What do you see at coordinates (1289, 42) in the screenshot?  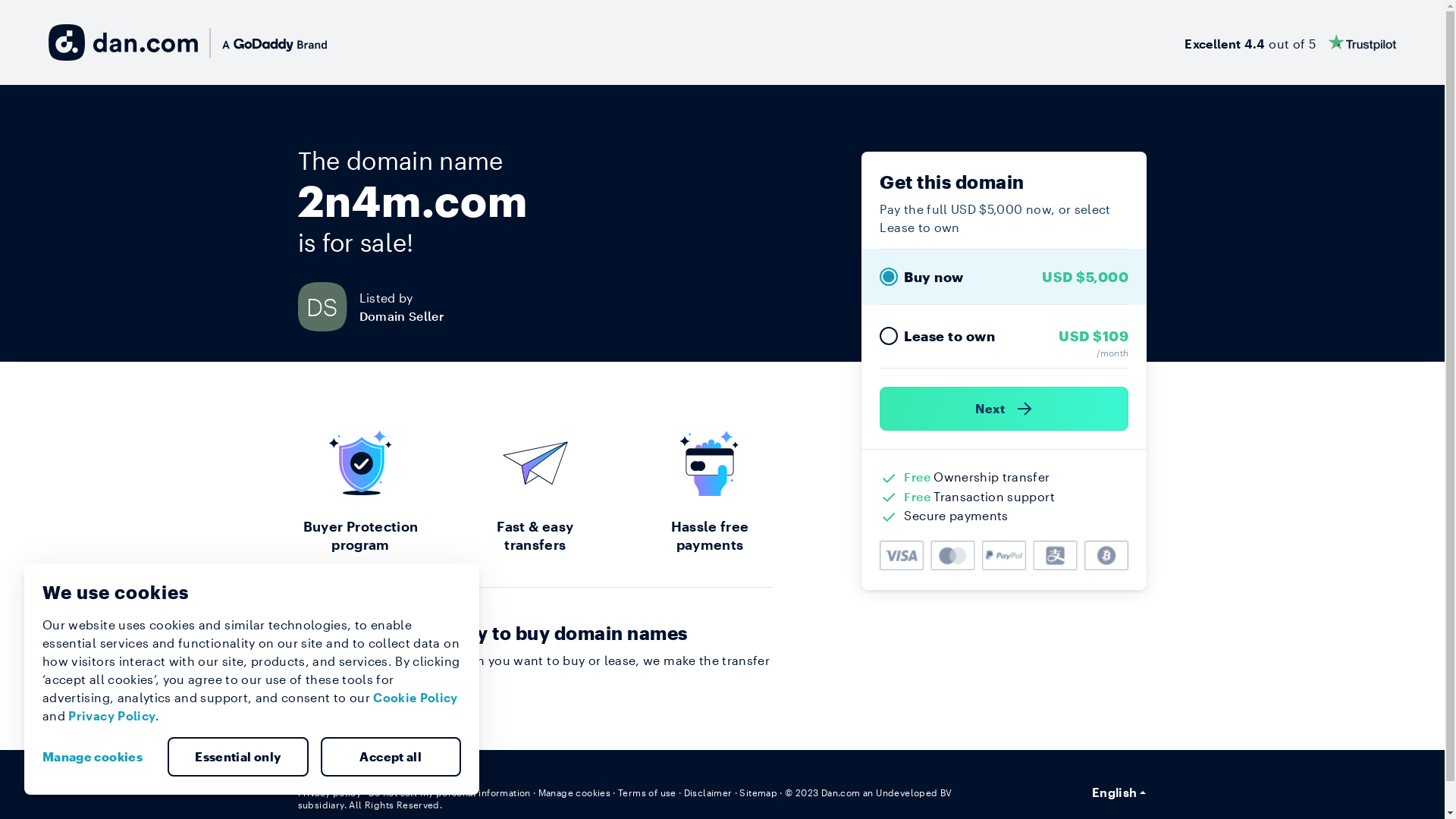 I see `'Excellent 4.4 out of 5'` at bounding box center [1289, 42].